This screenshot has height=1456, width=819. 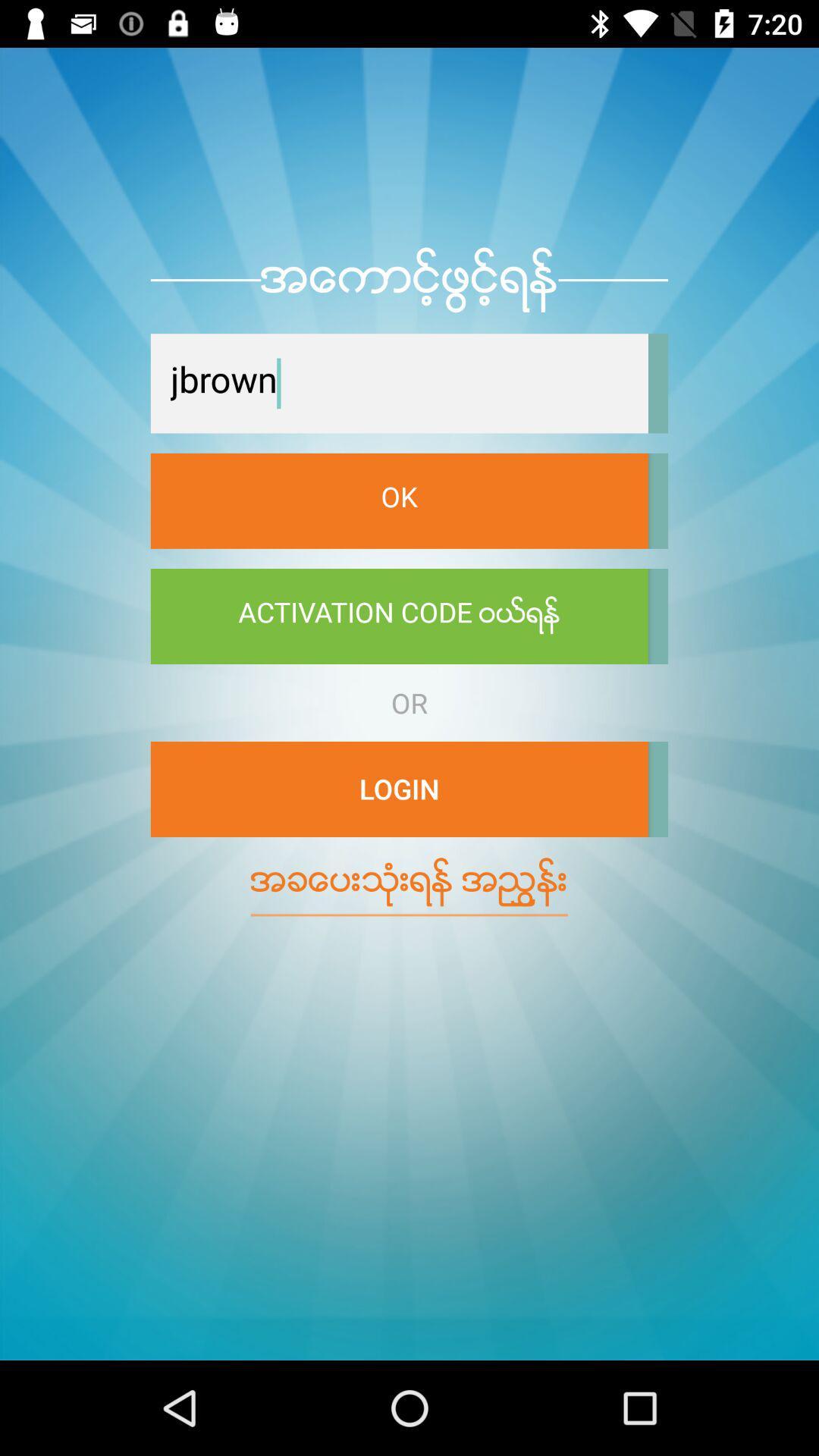 What do you see at coordinates (398, 616) in the screenshot?
I see `the icon above the or icon` at bounding box center [398, 616].